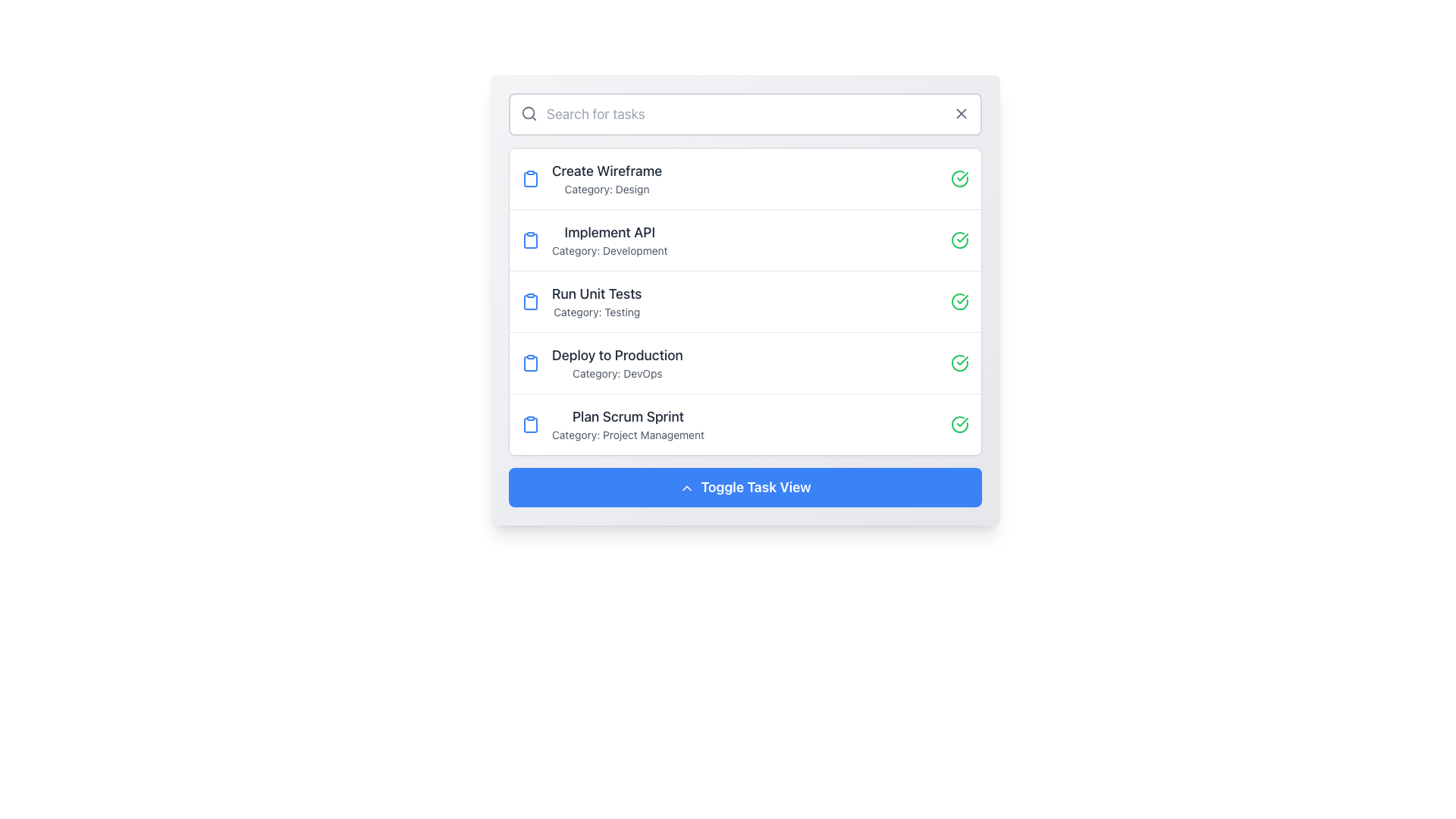  What do you see at coordinates (531, 362) in the screenshot?
I see `the clipboard icon with a blue border located next to the text 'Deploy to Production' in the fourth row of the task list` at bounding box center [531, 362].